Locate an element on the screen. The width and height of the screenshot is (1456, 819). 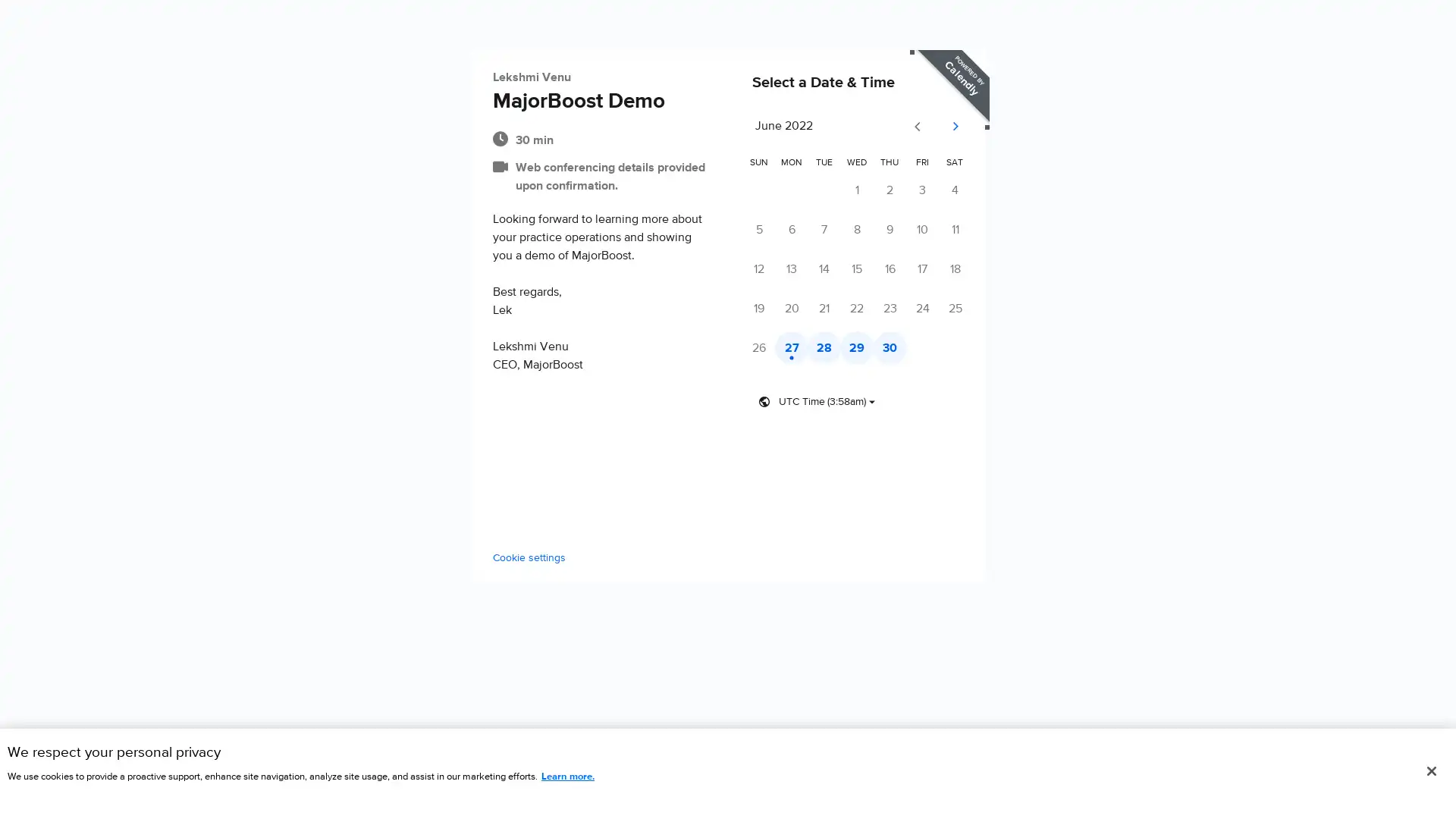
Tuesday, June 7 - No times available is located at coordinates (839, 231).